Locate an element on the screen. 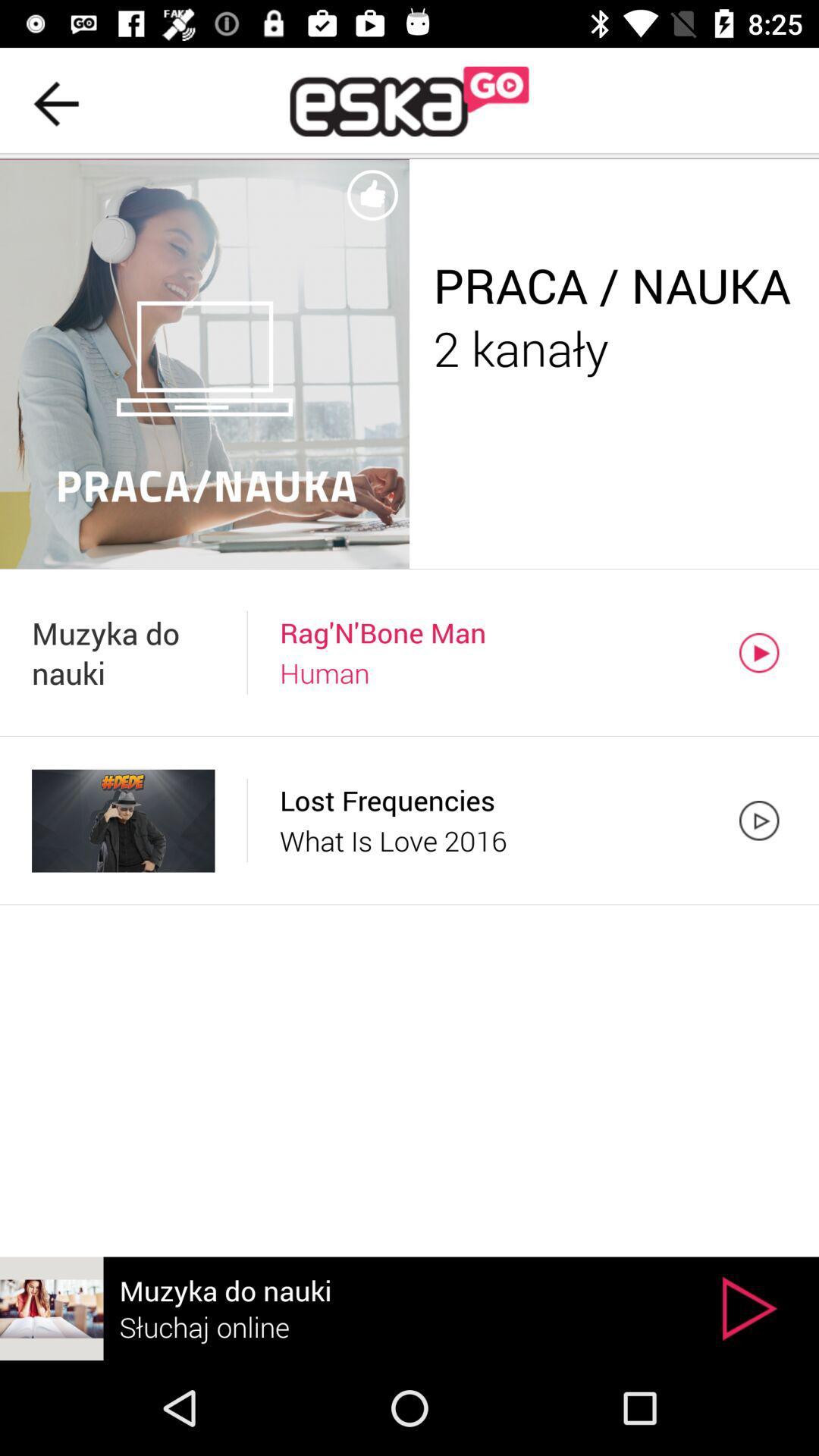 The image size is (819, 1456). the play icon is located at coordinates (748, 1307).